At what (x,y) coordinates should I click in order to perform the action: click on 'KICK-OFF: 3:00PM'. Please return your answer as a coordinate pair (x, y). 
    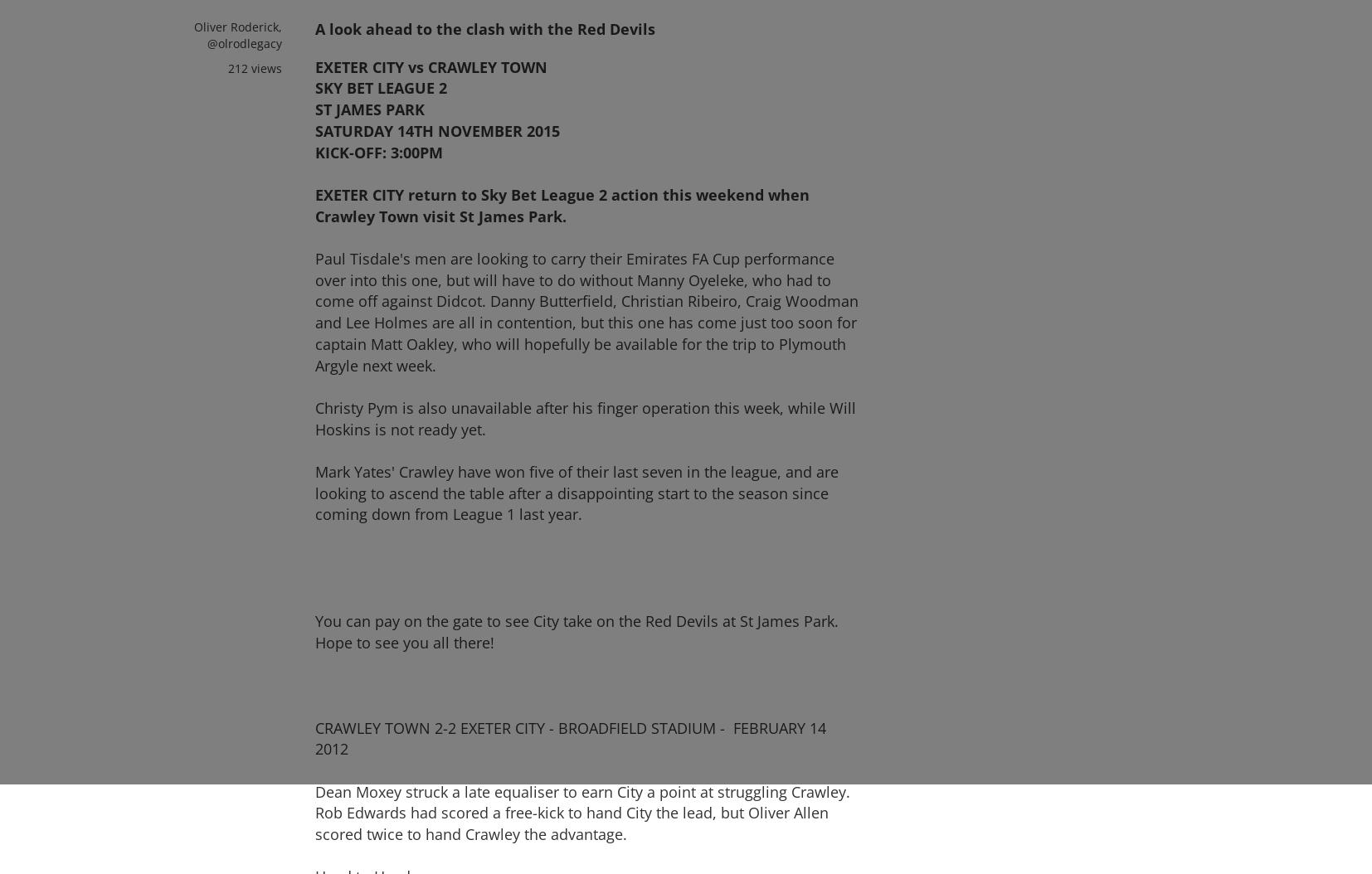
    Looking at the image, I should click on (379, 150).